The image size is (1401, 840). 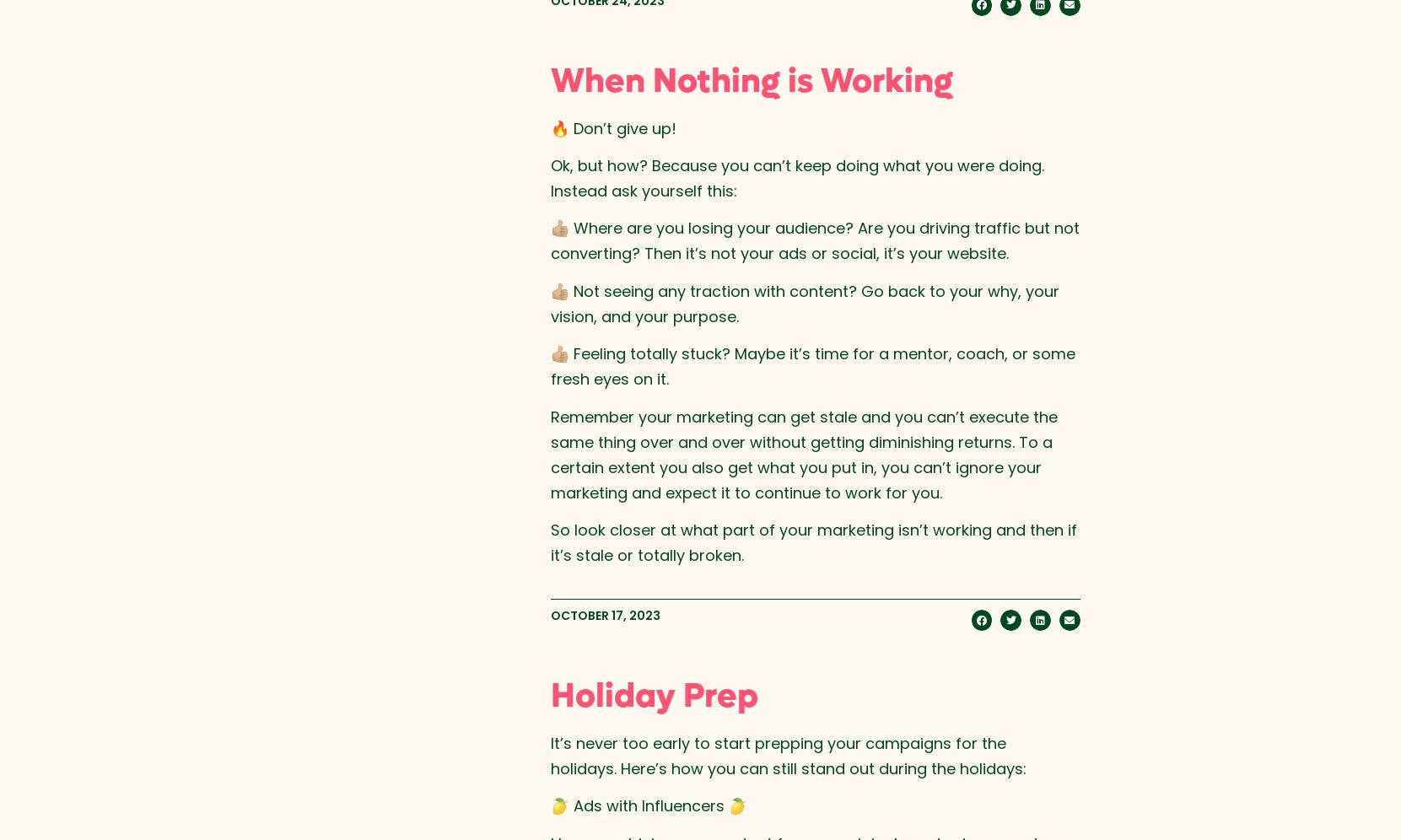 What do you see at coordinates (751, 80) in the screenshot?
I see `'When Nothing is Working'` at bounding box center [751, 80].